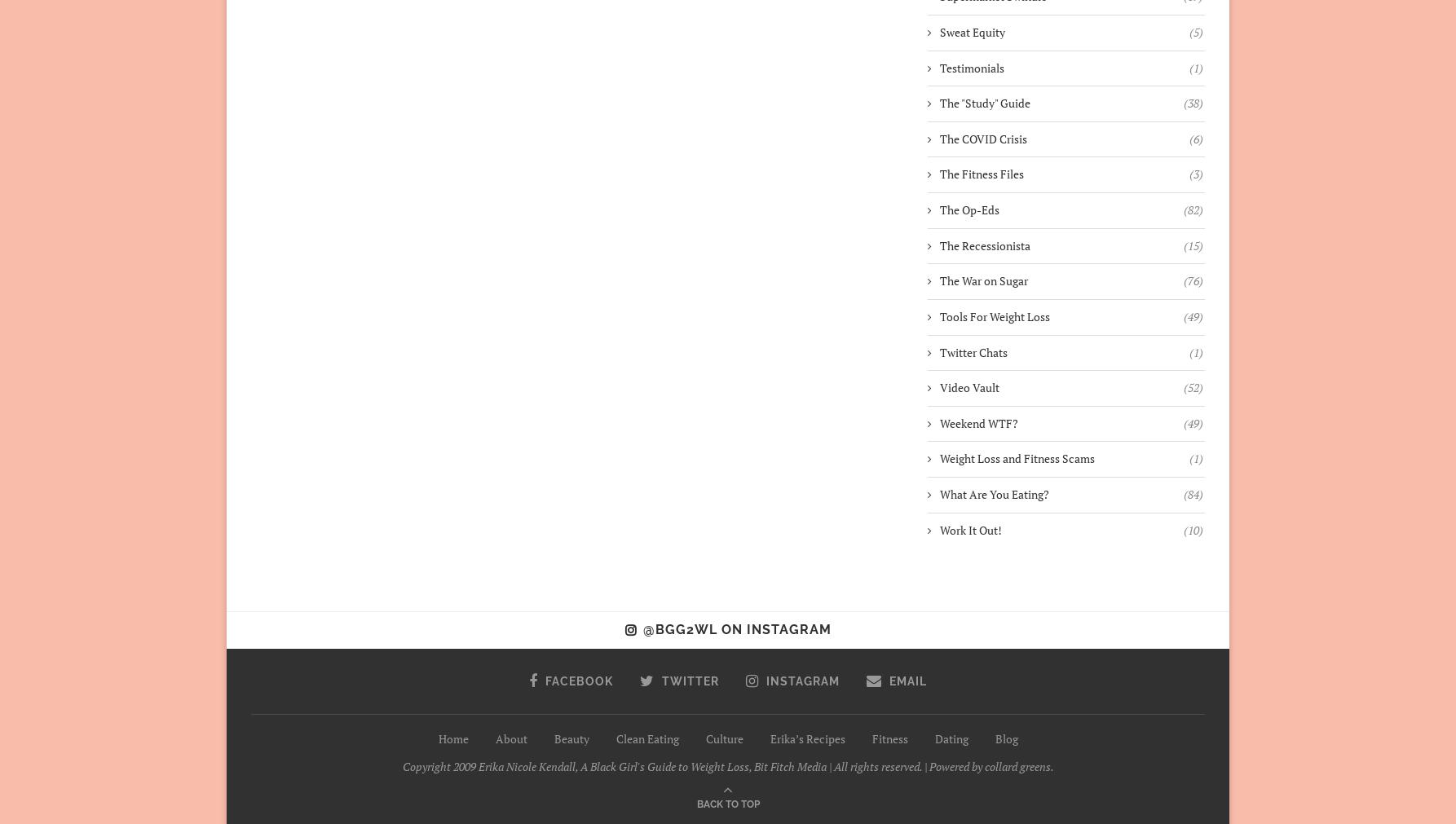 The image size is (1456, 824). Describe the element at coordinates (510, 738) in the screenshot. I see `'About'` at that location.